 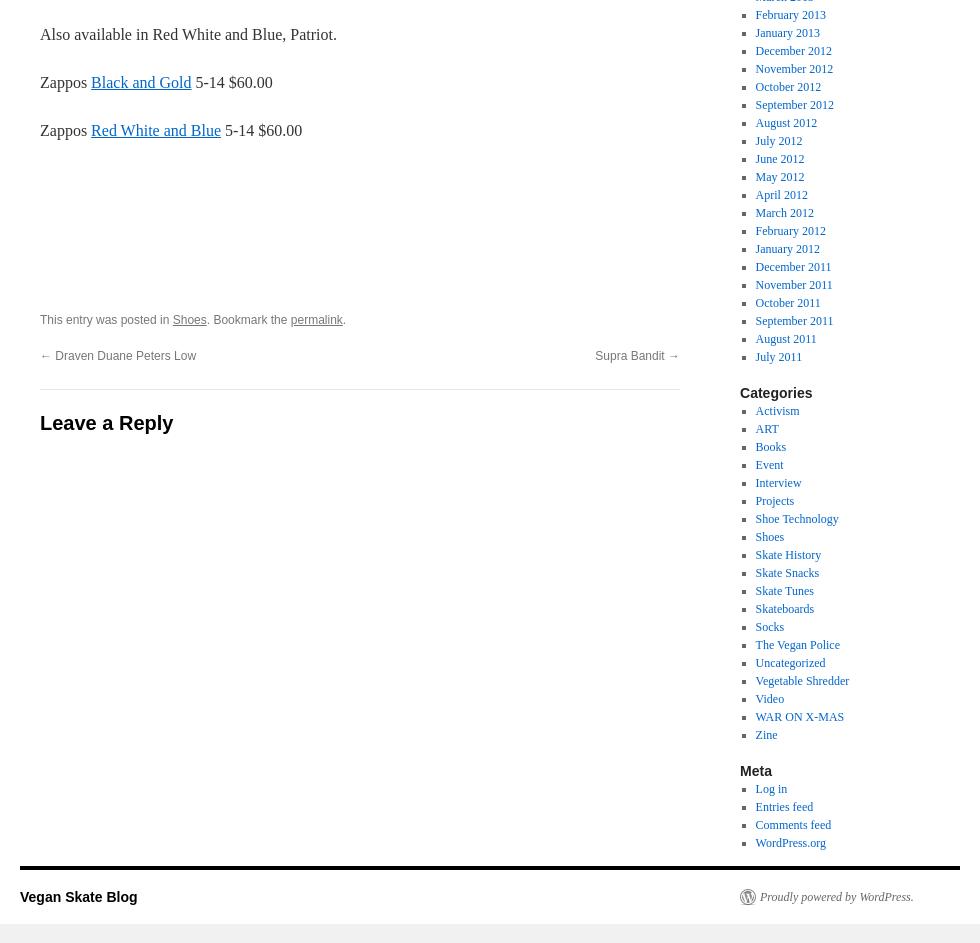 I want to click on 'Black and Gold', so click(x=91, y=81).